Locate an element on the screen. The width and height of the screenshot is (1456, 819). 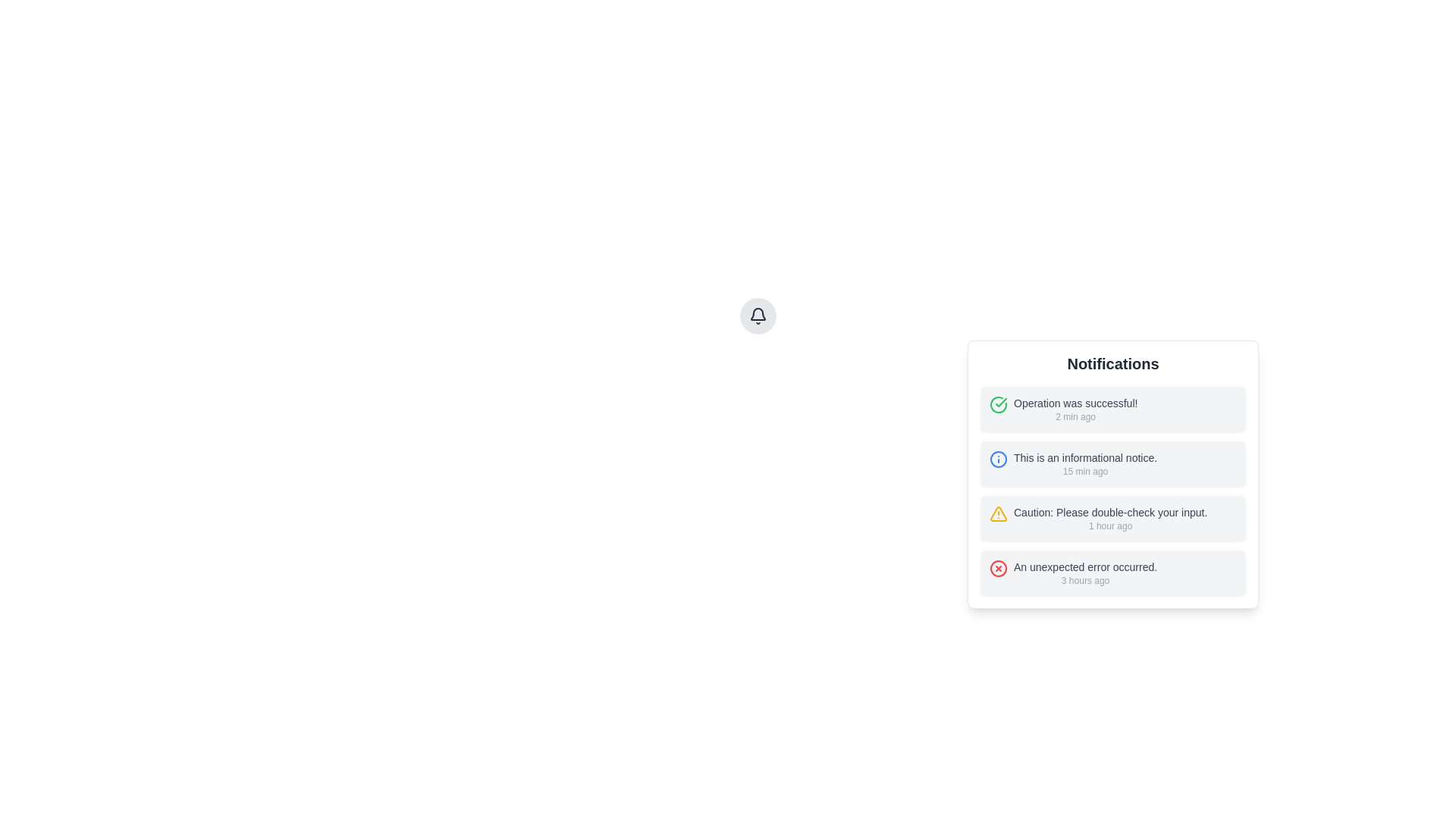
the text label displaying '3 hours ago', which is styled with a light gray font and located directly underneath the error message 'An unexpected error occurred.' in the notification pane is located at coordinates (1084, 580).